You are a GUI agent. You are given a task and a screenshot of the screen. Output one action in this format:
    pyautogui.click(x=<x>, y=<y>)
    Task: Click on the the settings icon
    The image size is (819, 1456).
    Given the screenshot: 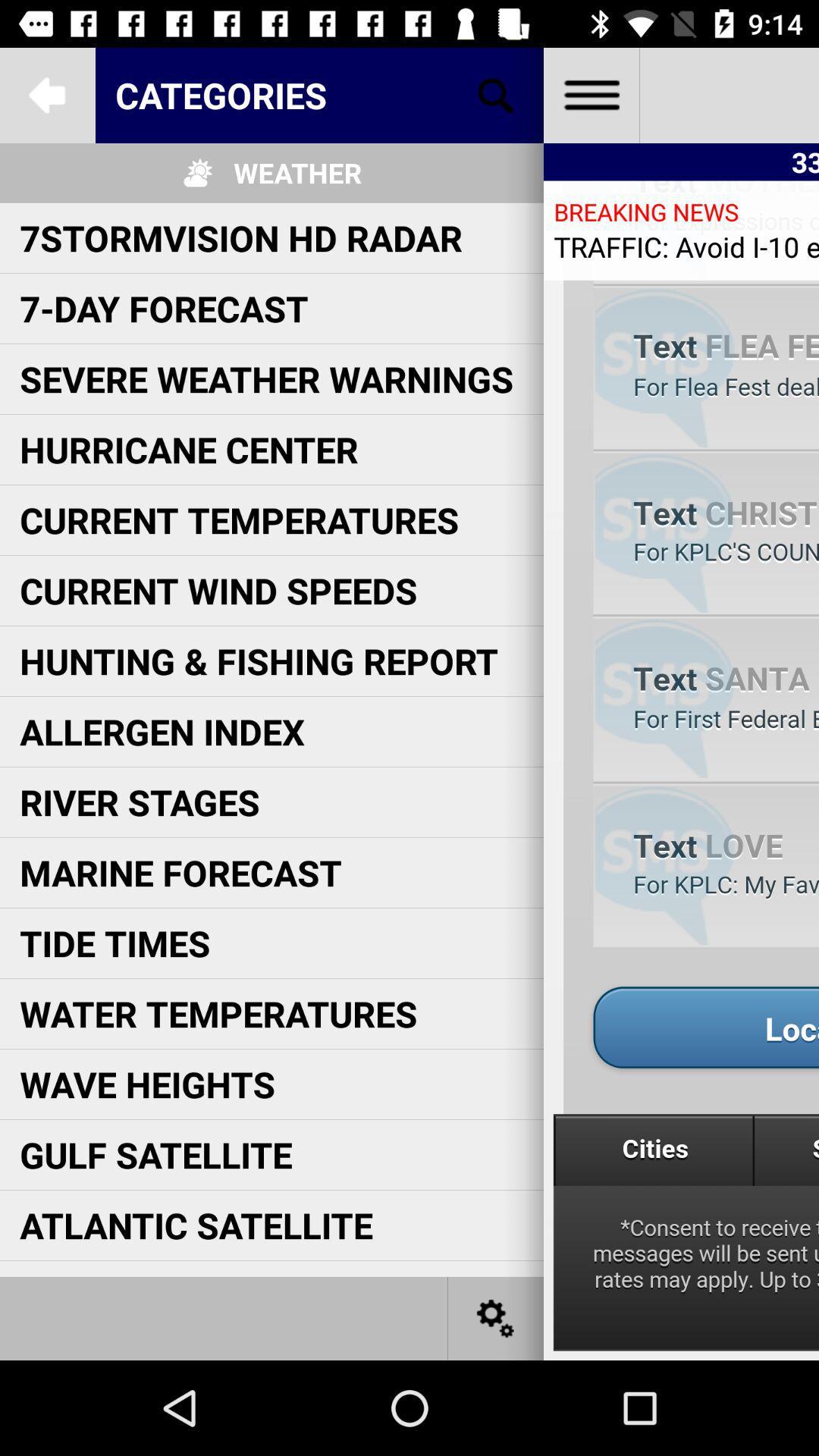 What is the action you would take?
    pyautogui.click(x=496, y=1317)
    